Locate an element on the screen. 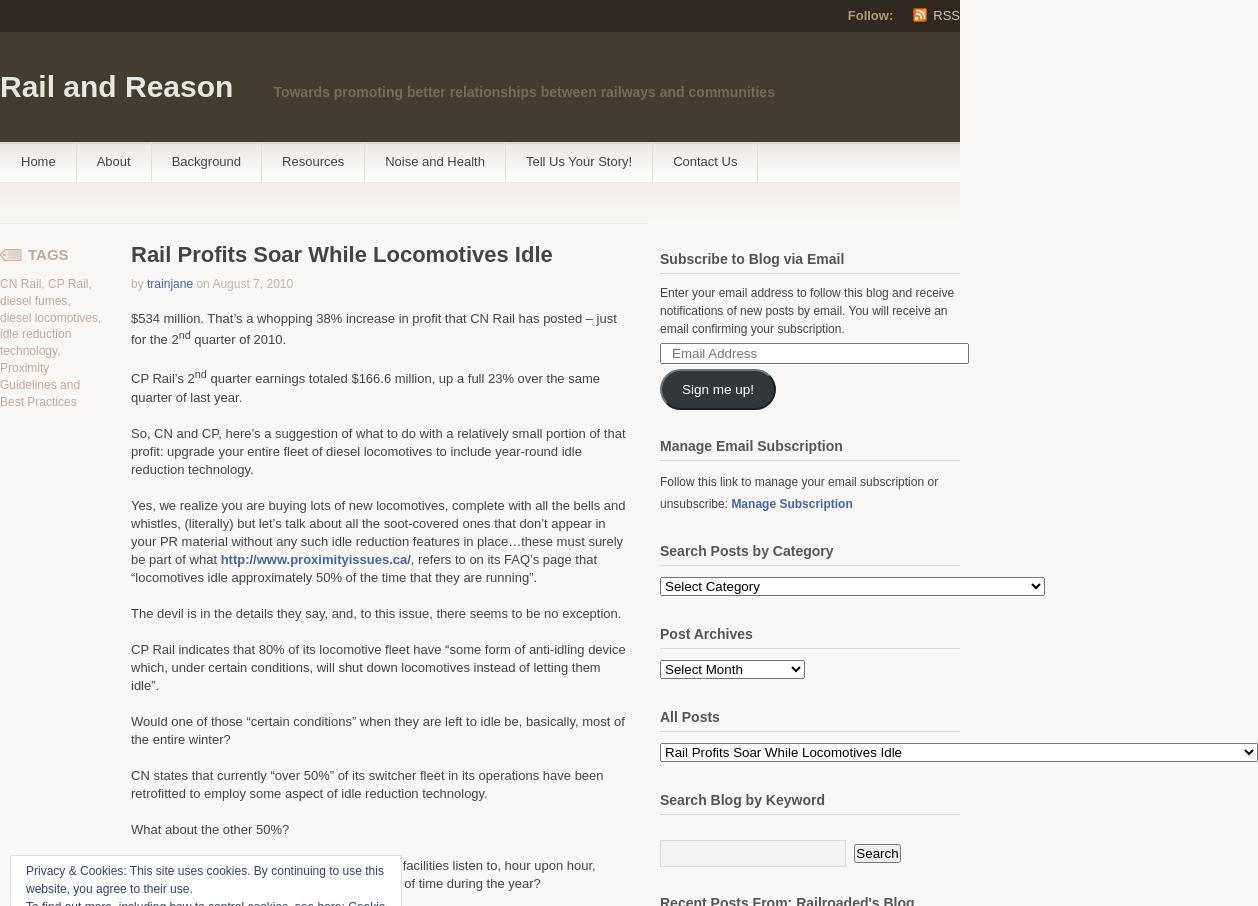  'Proximity Guidelines and Best Practices' is located at coordinates (40, 382).